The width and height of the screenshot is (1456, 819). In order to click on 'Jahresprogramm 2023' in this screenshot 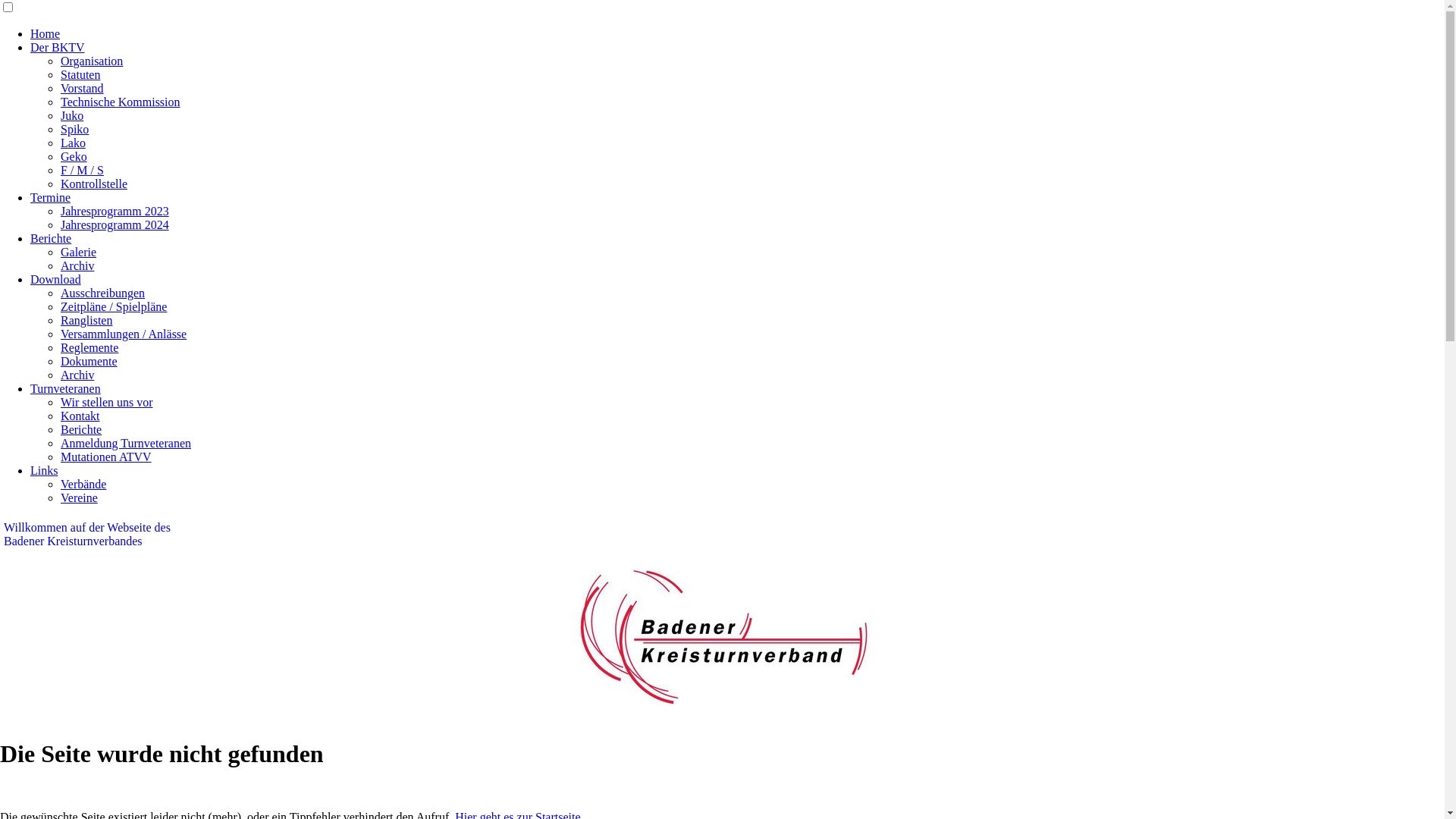, I will do `click(114, 211)`.